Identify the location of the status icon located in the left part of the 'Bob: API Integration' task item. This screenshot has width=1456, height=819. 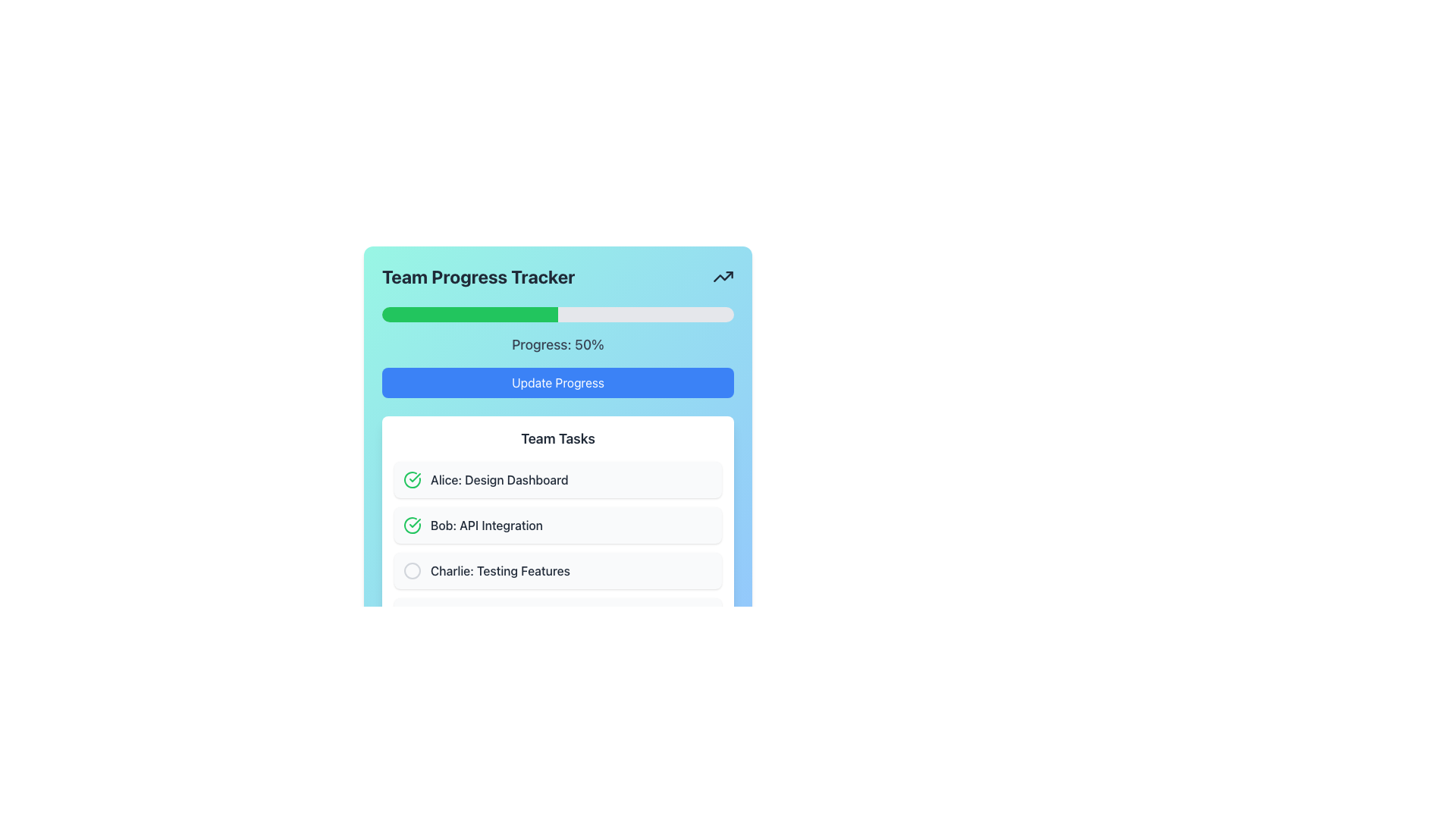
(412, 525).